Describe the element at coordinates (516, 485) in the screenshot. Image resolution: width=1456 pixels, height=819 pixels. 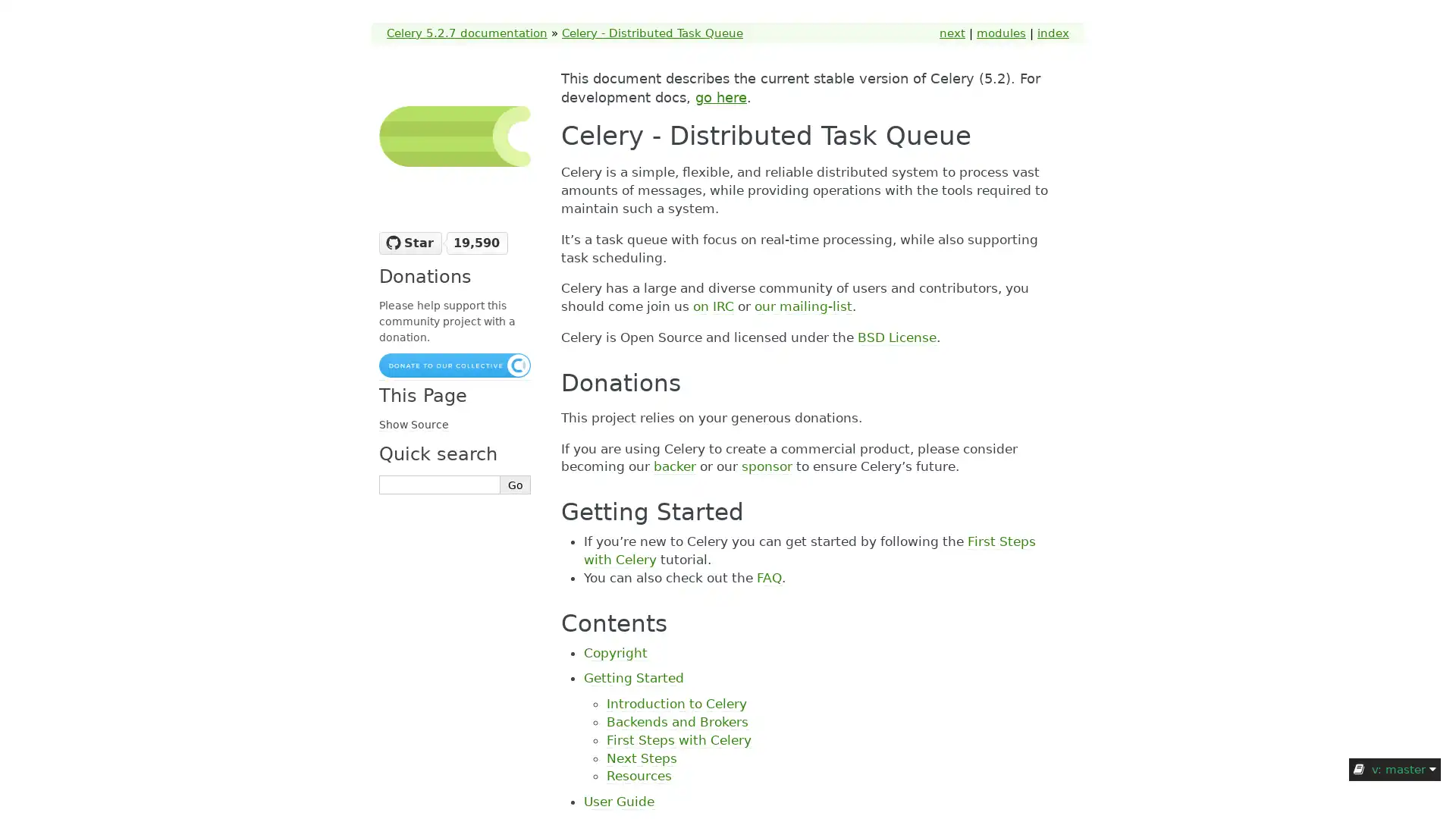
I see `Go` at that location.